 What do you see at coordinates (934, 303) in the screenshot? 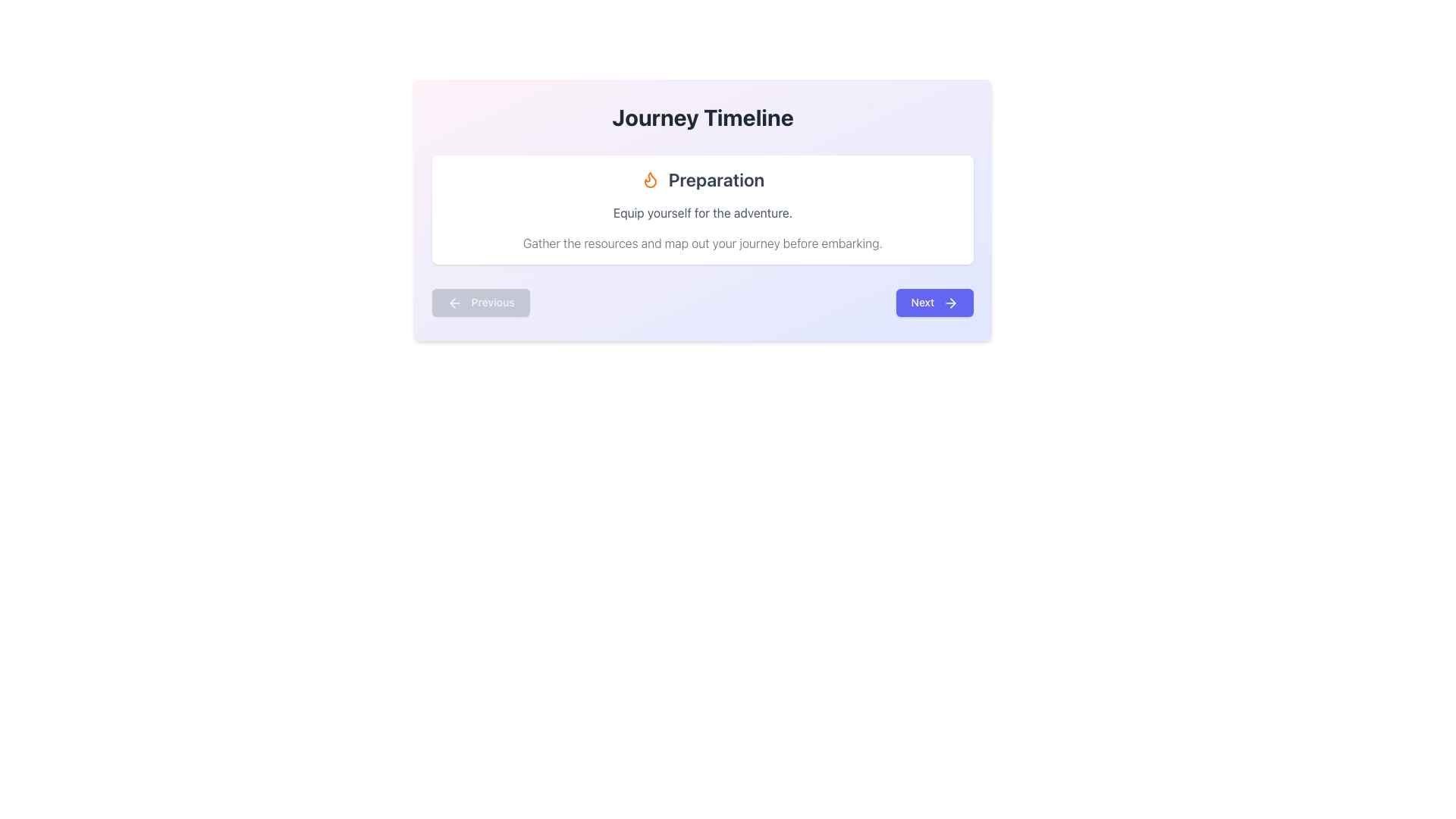
I see `the second button in the aligned row of navigation buttons at the bottom-right of the interface to proceed to the next step` at bounding box center [934, 303].